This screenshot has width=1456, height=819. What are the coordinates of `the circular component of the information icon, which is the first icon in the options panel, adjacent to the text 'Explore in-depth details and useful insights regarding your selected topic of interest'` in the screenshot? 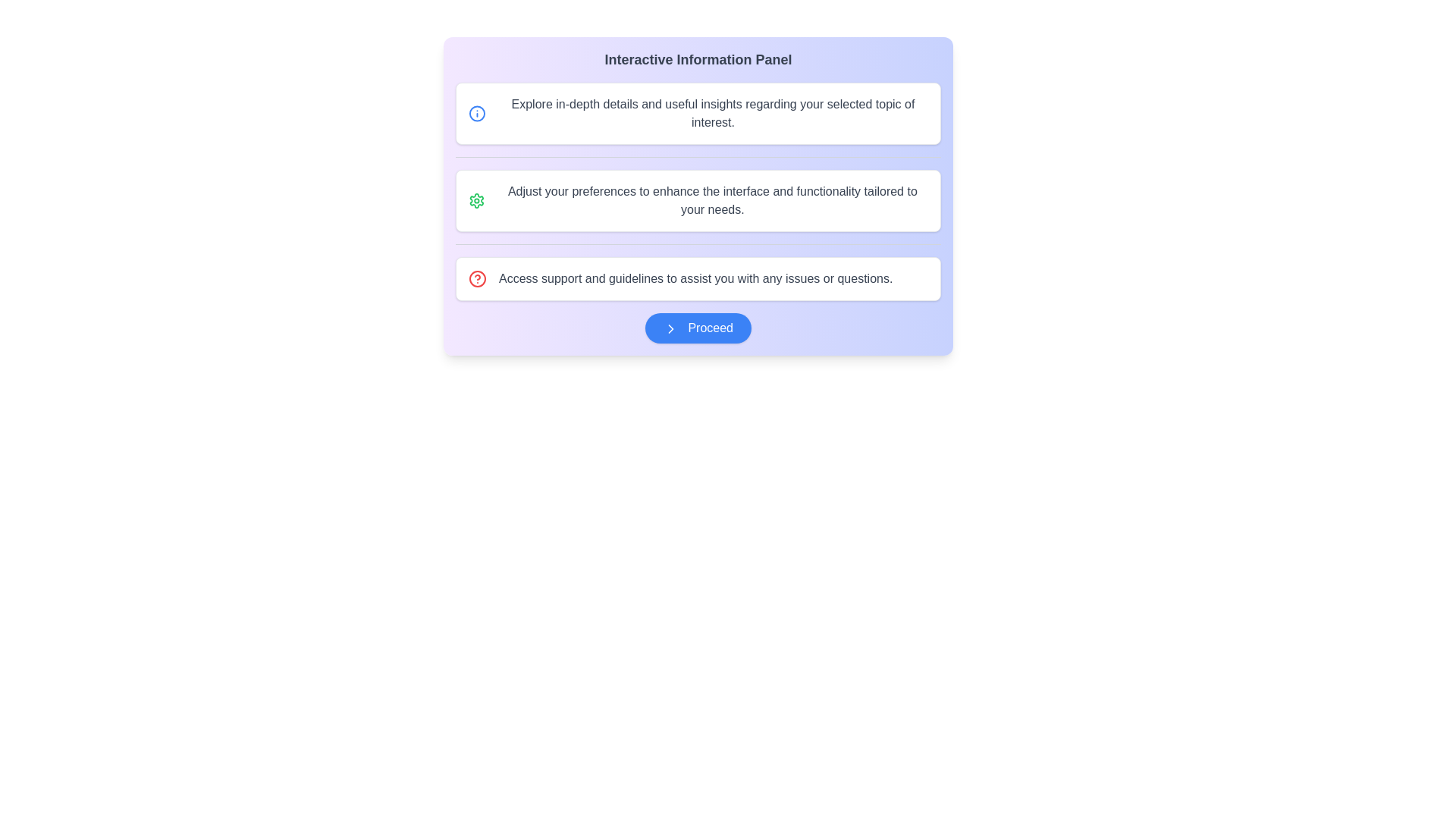 It's located at (476, 113).